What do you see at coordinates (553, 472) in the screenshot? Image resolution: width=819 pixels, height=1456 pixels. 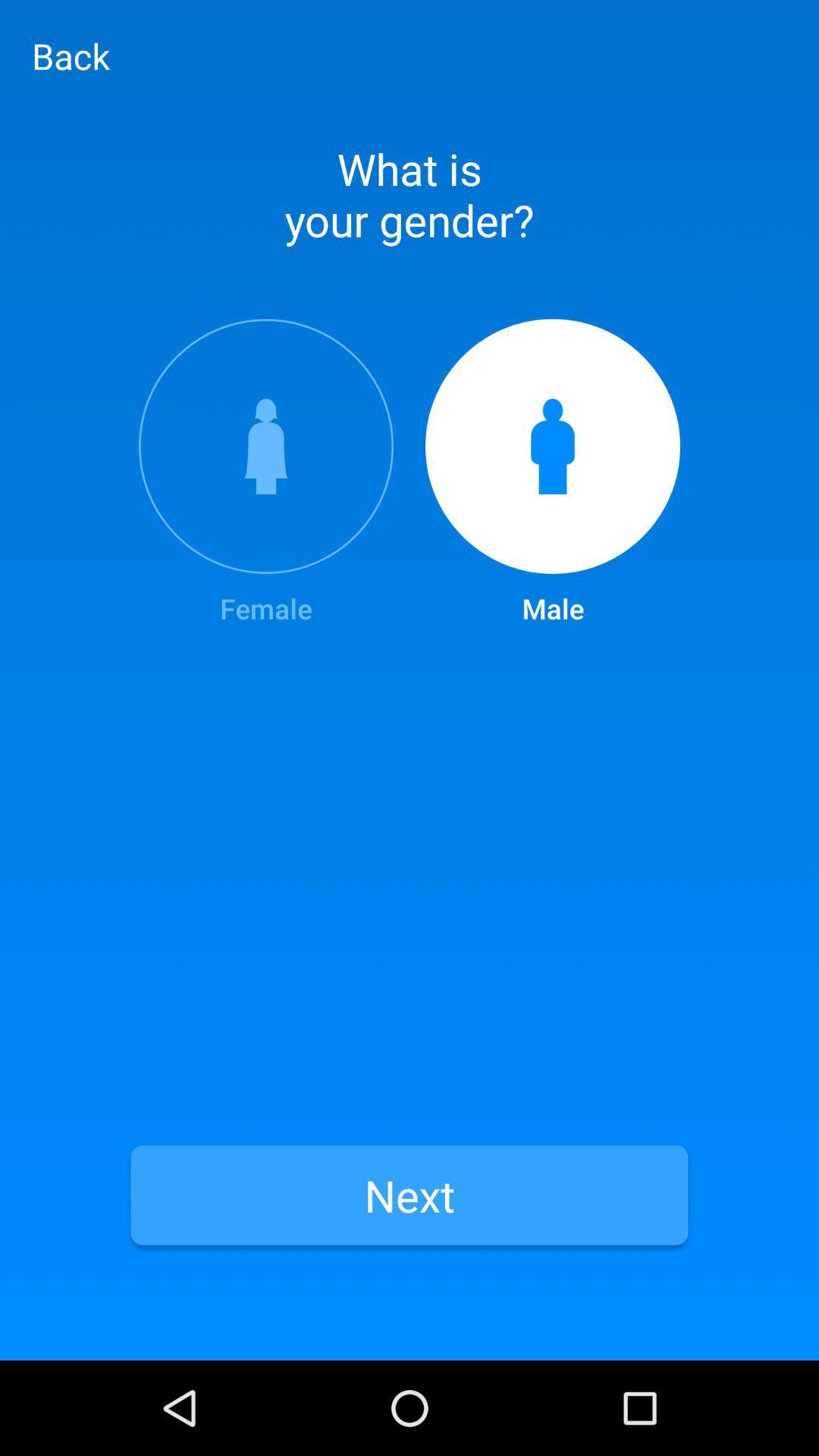 I see `the item next to female item` at bounding box center [553, 472].